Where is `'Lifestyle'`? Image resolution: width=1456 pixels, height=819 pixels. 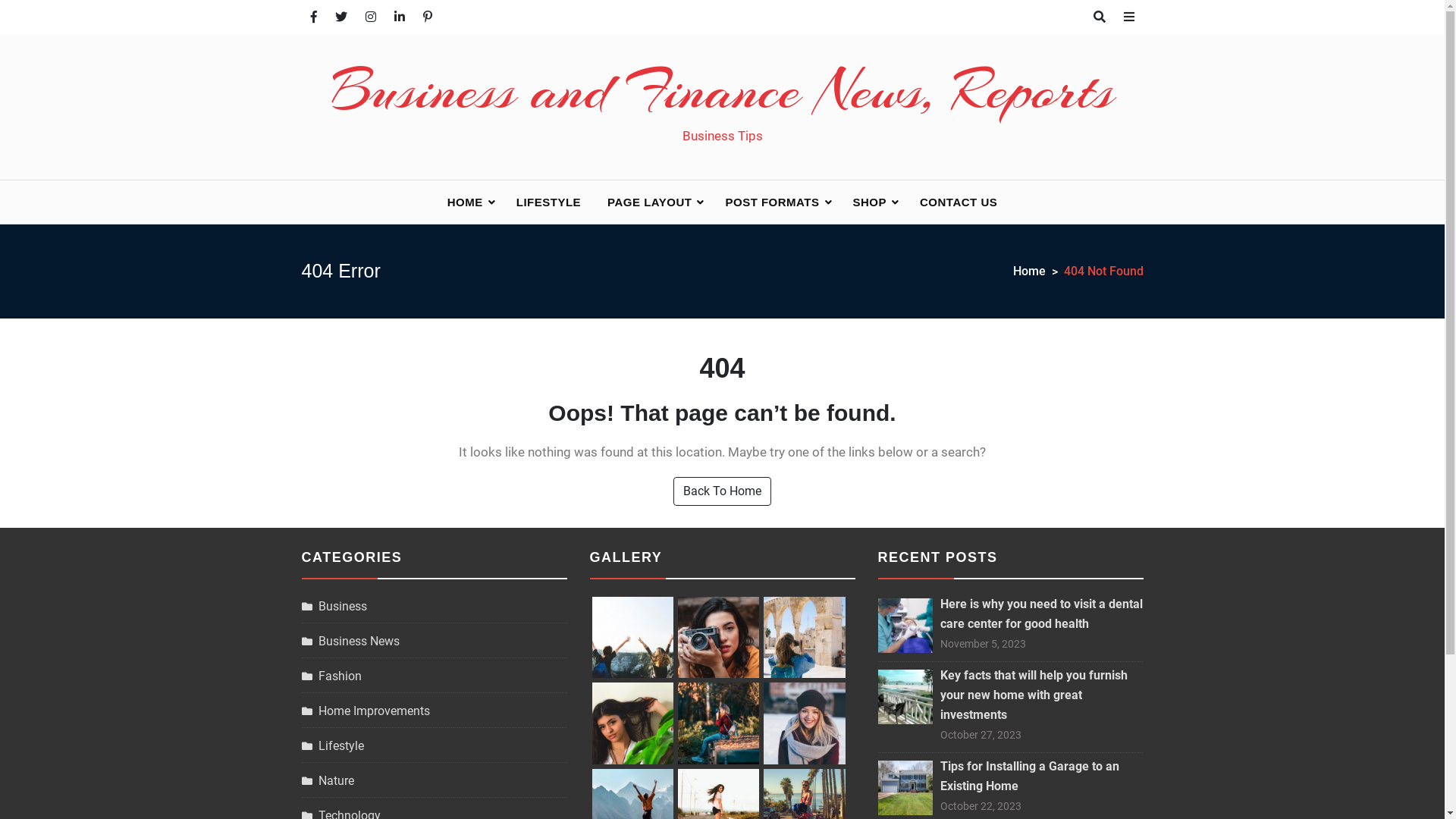 'Lifestyle' is located at coordinates (331, 745).